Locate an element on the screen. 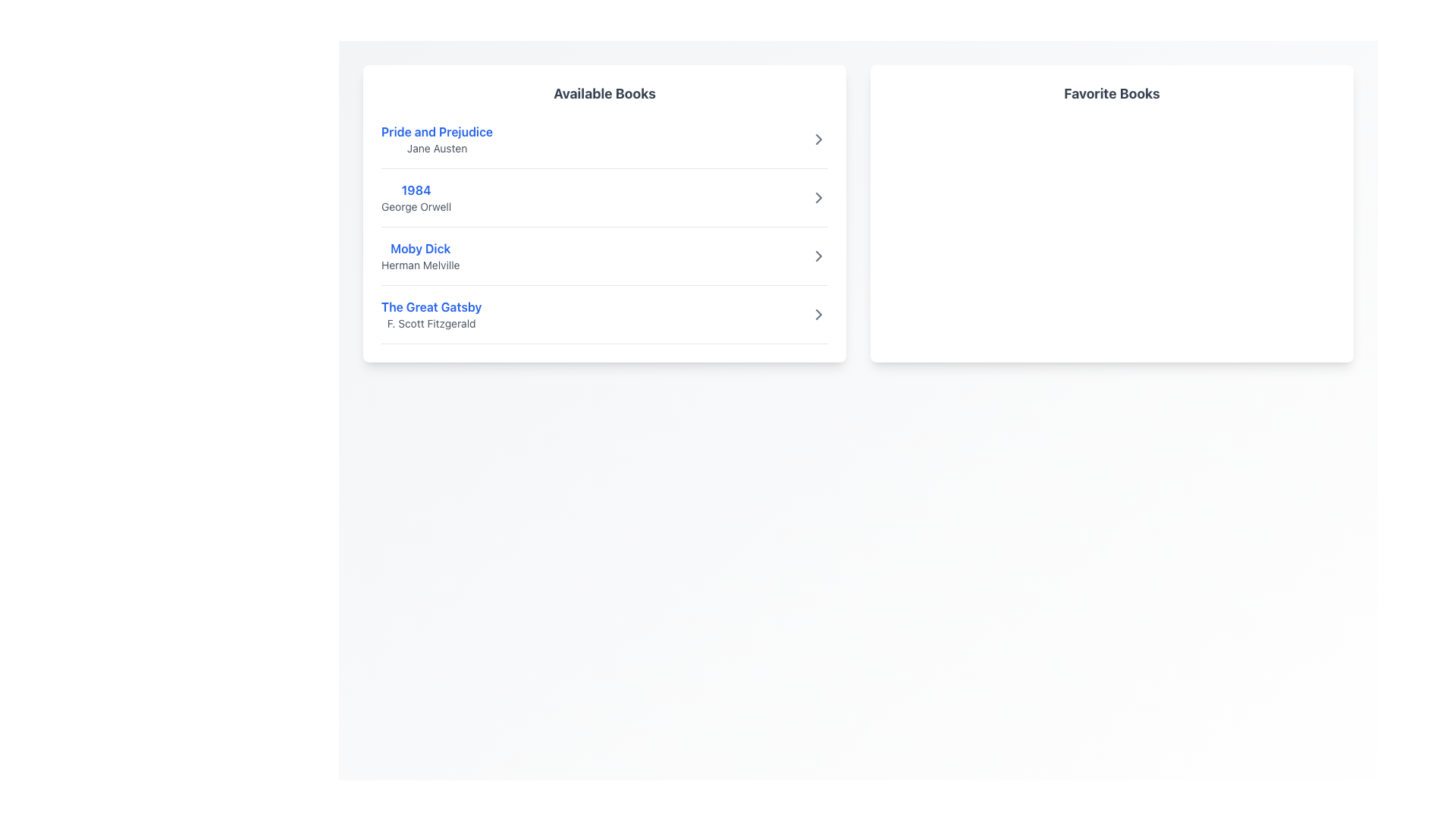  the text label displaying information about the book 'The Great Gatsby' in the 'Available Books' section, which is the fourth item in the list is located at coordinates (431, 314).